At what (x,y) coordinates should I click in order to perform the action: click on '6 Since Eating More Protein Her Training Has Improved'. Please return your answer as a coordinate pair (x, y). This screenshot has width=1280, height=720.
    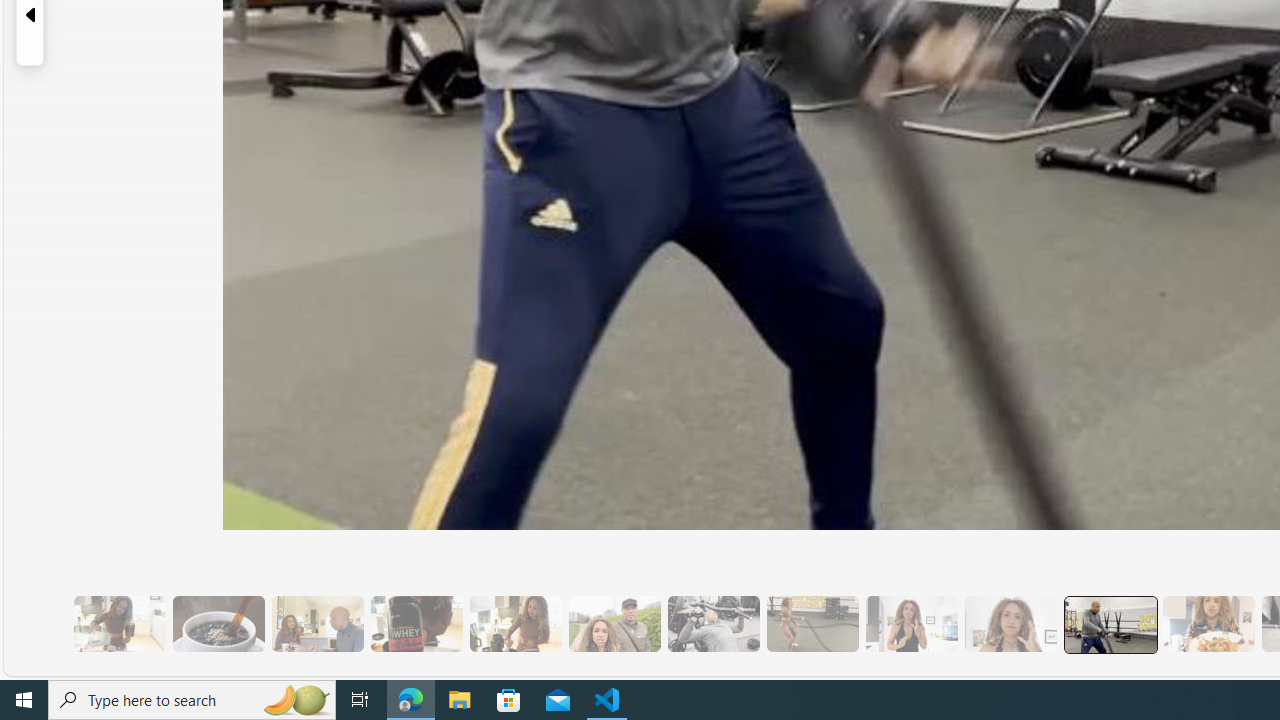
    Looking at the image, I should click on (415, 623).